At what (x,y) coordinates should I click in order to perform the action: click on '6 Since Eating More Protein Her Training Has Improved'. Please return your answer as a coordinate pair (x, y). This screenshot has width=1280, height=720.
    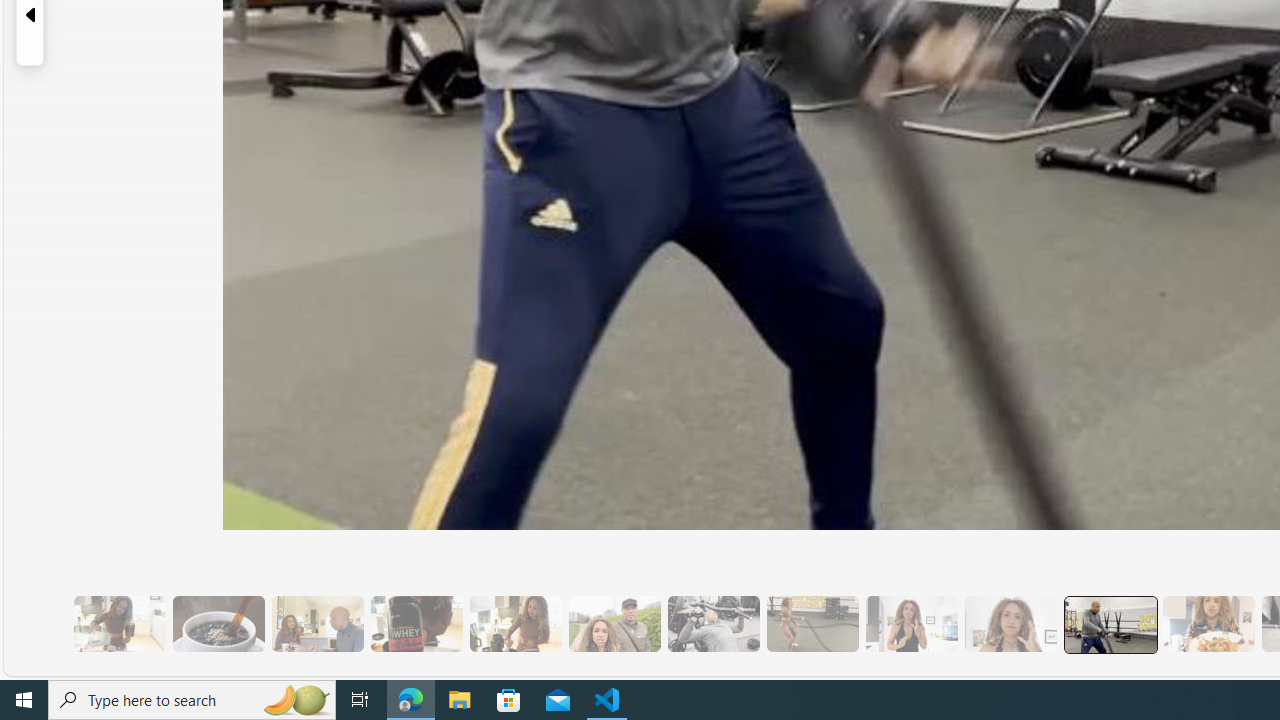
    Looking at the image, I should click on (415, 623).